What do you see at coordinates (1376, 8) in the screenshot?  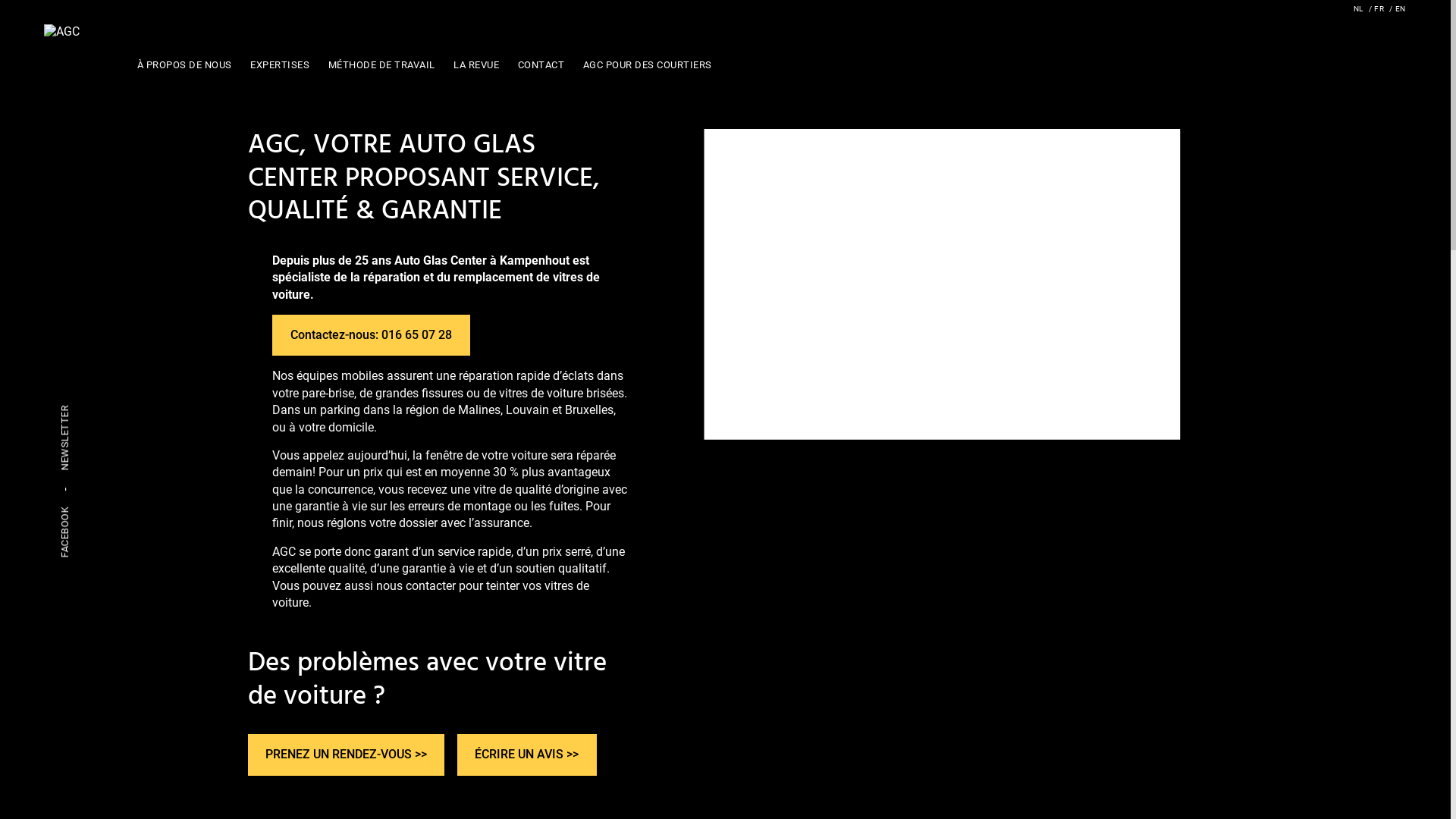 I see `'FR'` at bounding box center [1376, 8].